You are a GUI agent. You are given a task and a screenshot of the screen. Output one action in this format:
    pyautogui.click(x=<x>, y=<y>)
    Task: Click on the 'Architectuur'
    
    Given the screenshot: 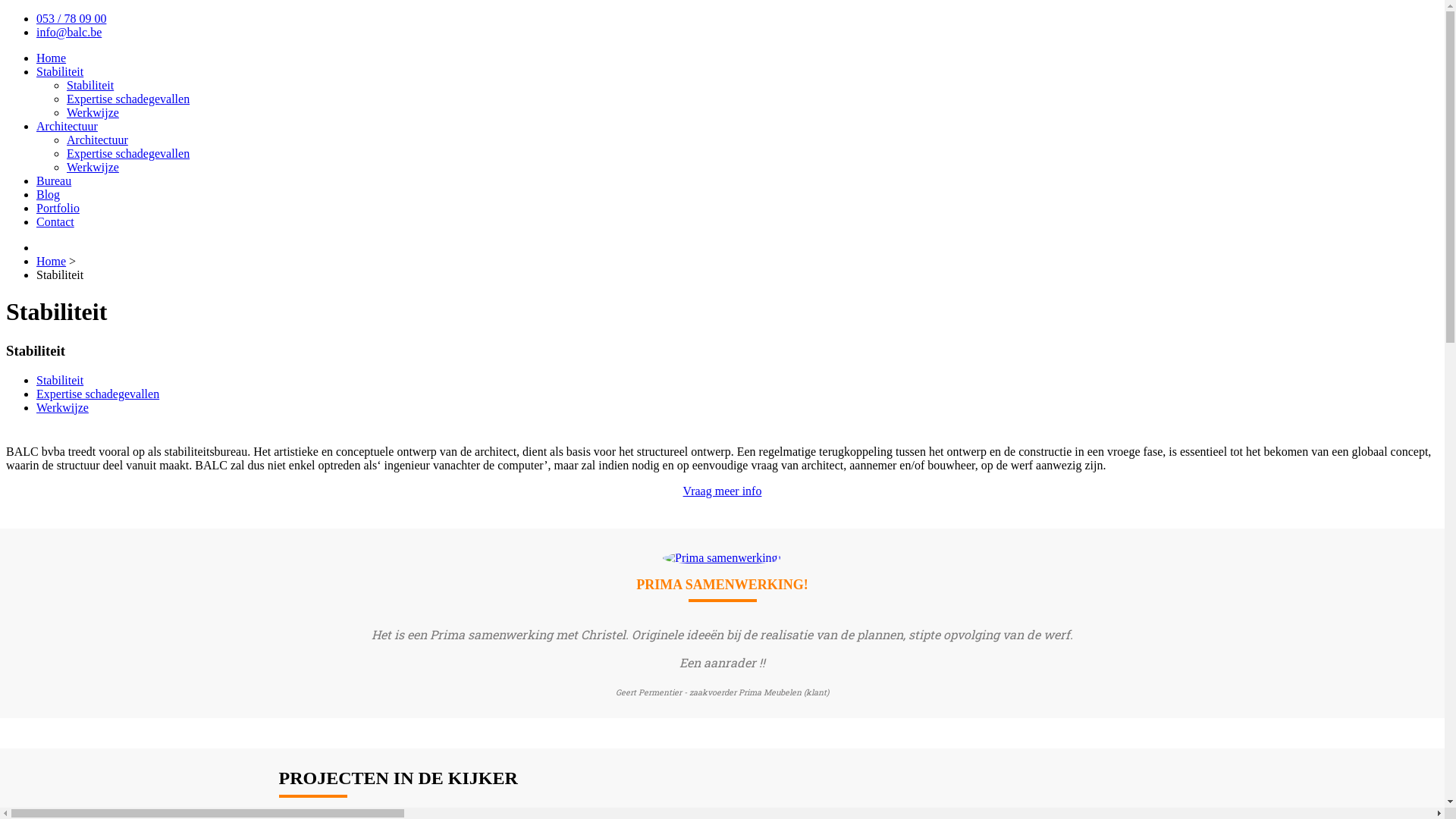 What is the action you would take?
    pyautogui.click(x=96, y=140)
    